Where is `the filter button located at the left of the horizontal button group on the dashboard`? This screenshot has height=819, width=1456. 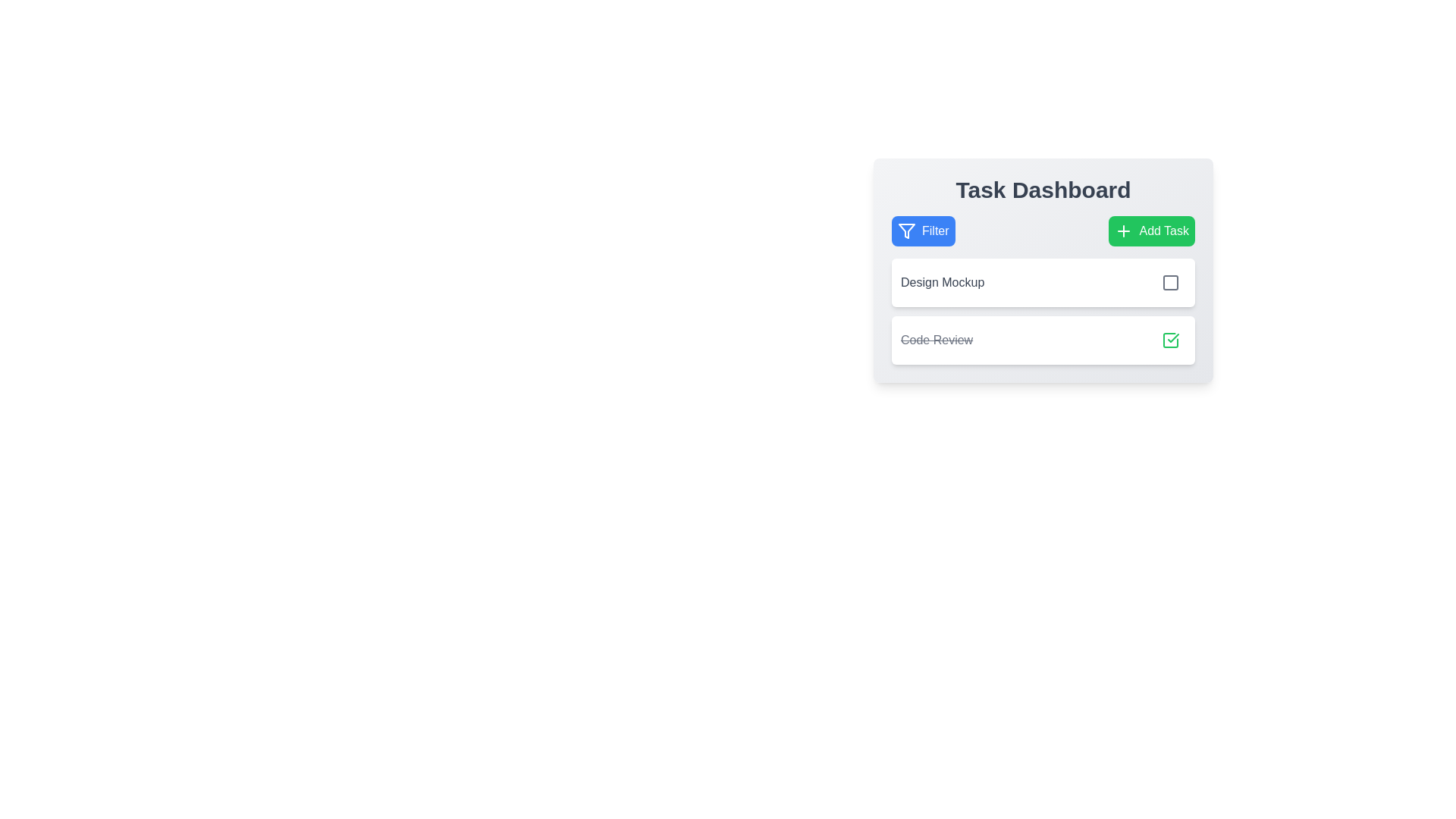 the filter button located at the left of the horizontal button group on the dashboard is located at coordinates (922, 231).